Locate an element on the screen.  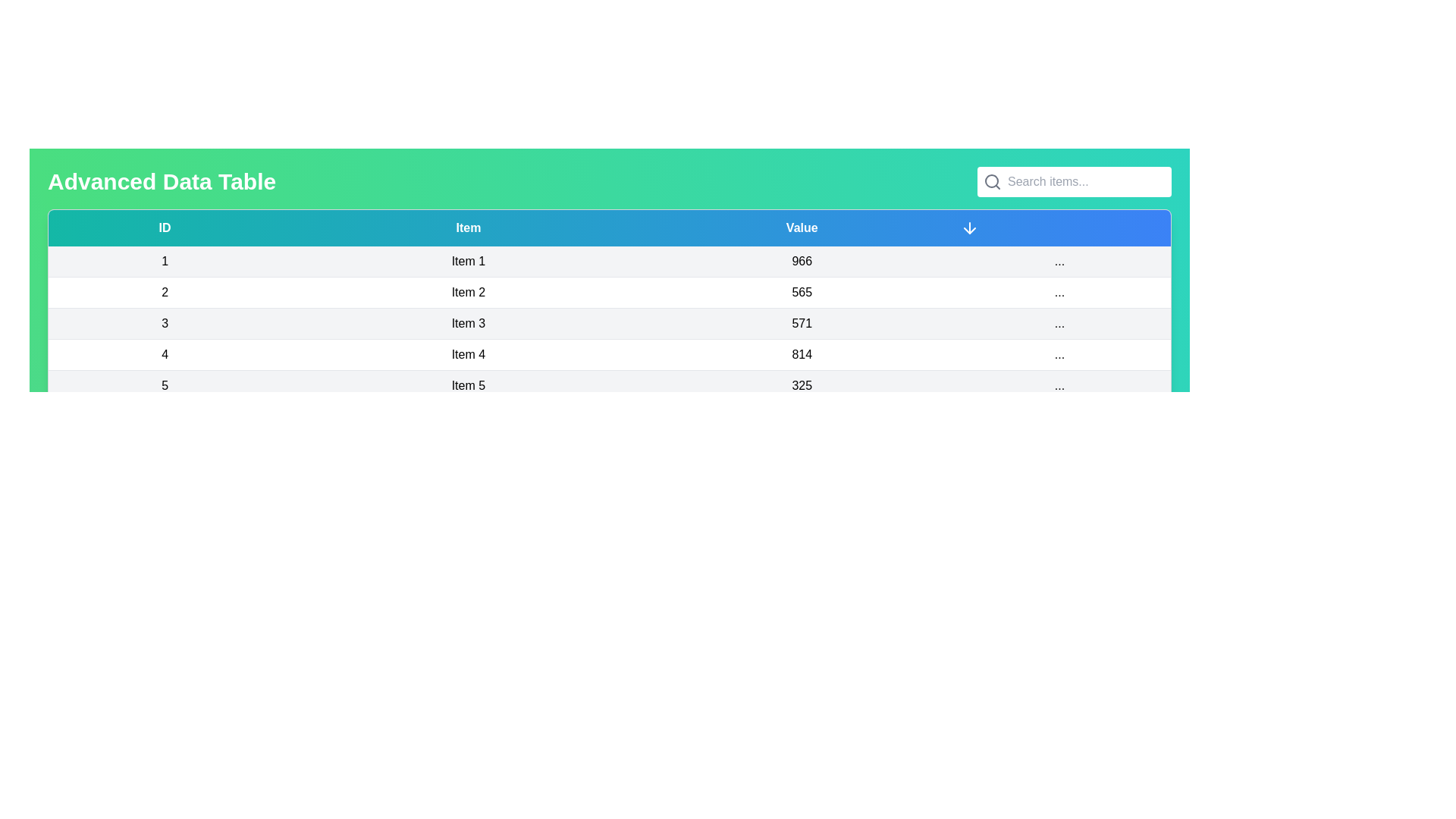
the column header ID to sort the table by that column is located at coordinates (164, 227).